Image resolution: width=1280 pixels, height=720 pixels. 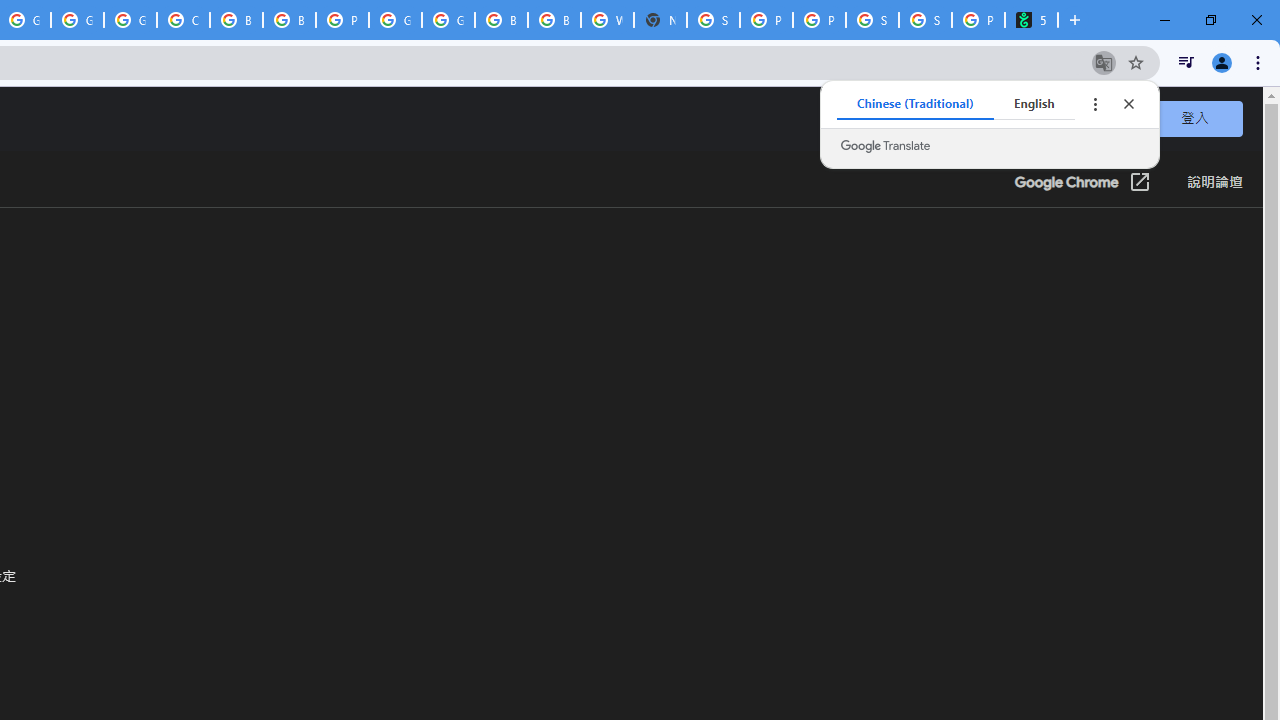 What do you see at coordinates (1094, 104) in the screenshot?
I see `'Translate options'` at bounding box center [1094, 104].